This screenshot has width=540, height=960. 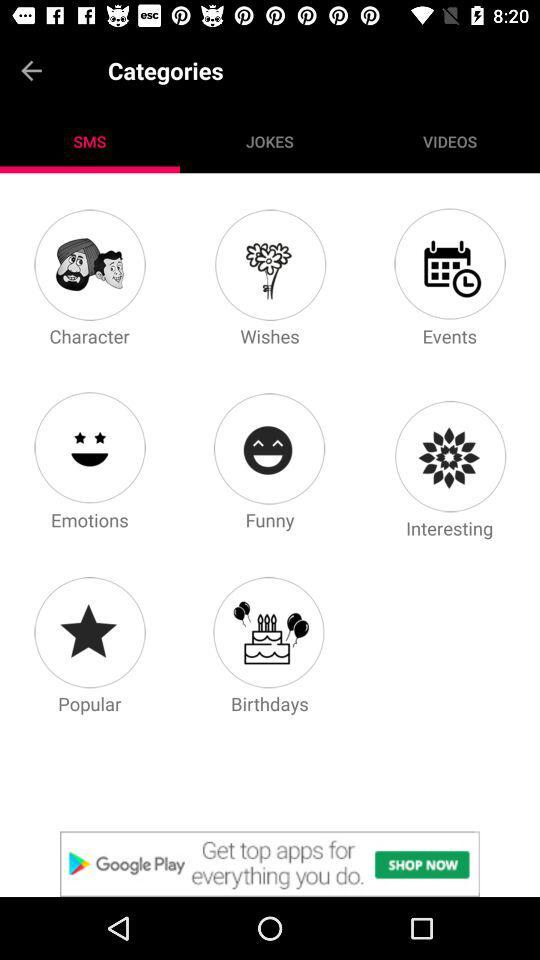 What do you see at coordinates (269, 263) in the screenshot?
I see `page` at bounding box center [269, 263].